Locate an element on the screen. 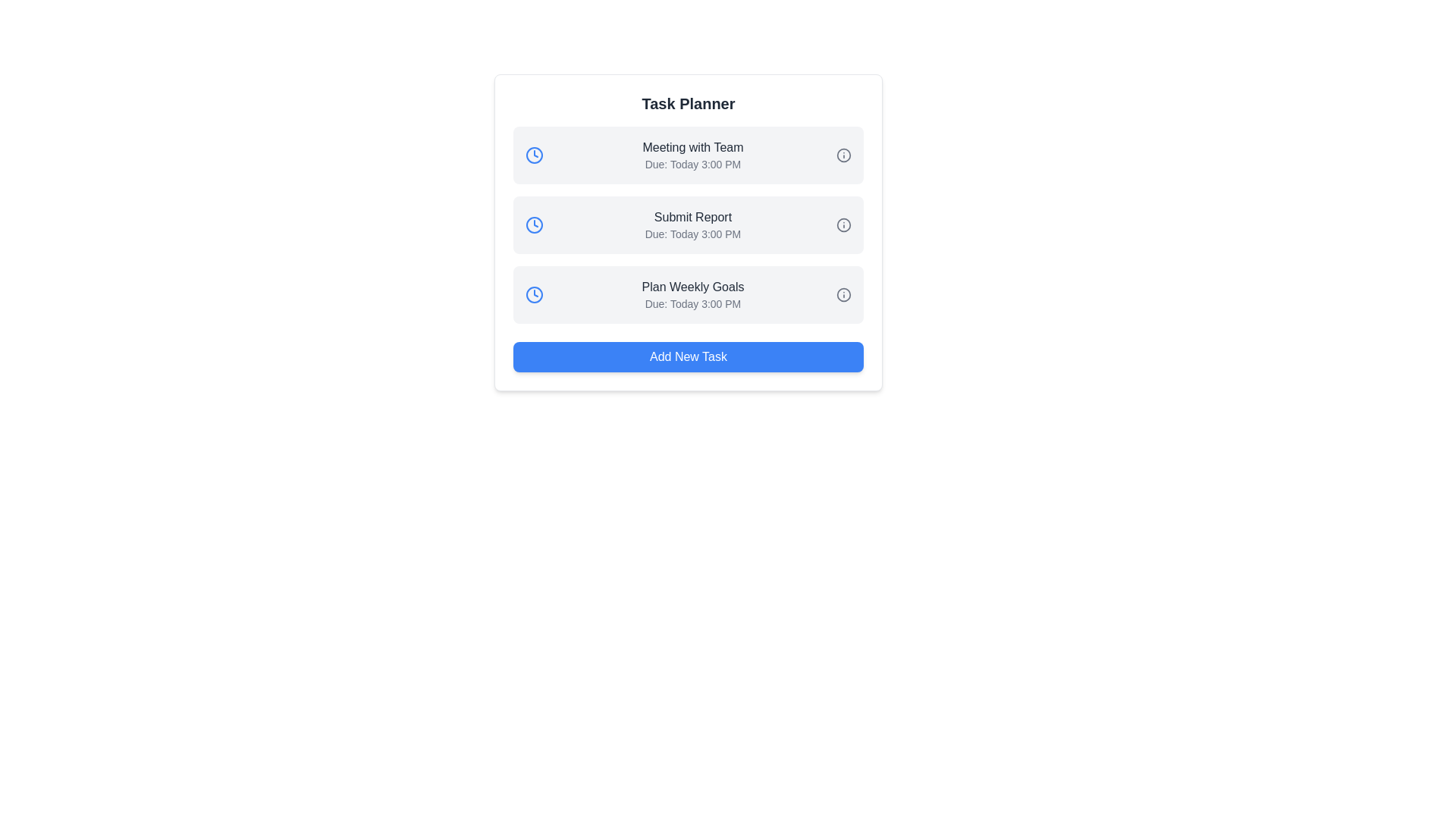 This screenshot has height=819, width=1456. the text block that displays 'Plan Weekly Goals' and 'Due: Today 3:00 PM' in the Task Planner interface is located at coordinates (692, 295).